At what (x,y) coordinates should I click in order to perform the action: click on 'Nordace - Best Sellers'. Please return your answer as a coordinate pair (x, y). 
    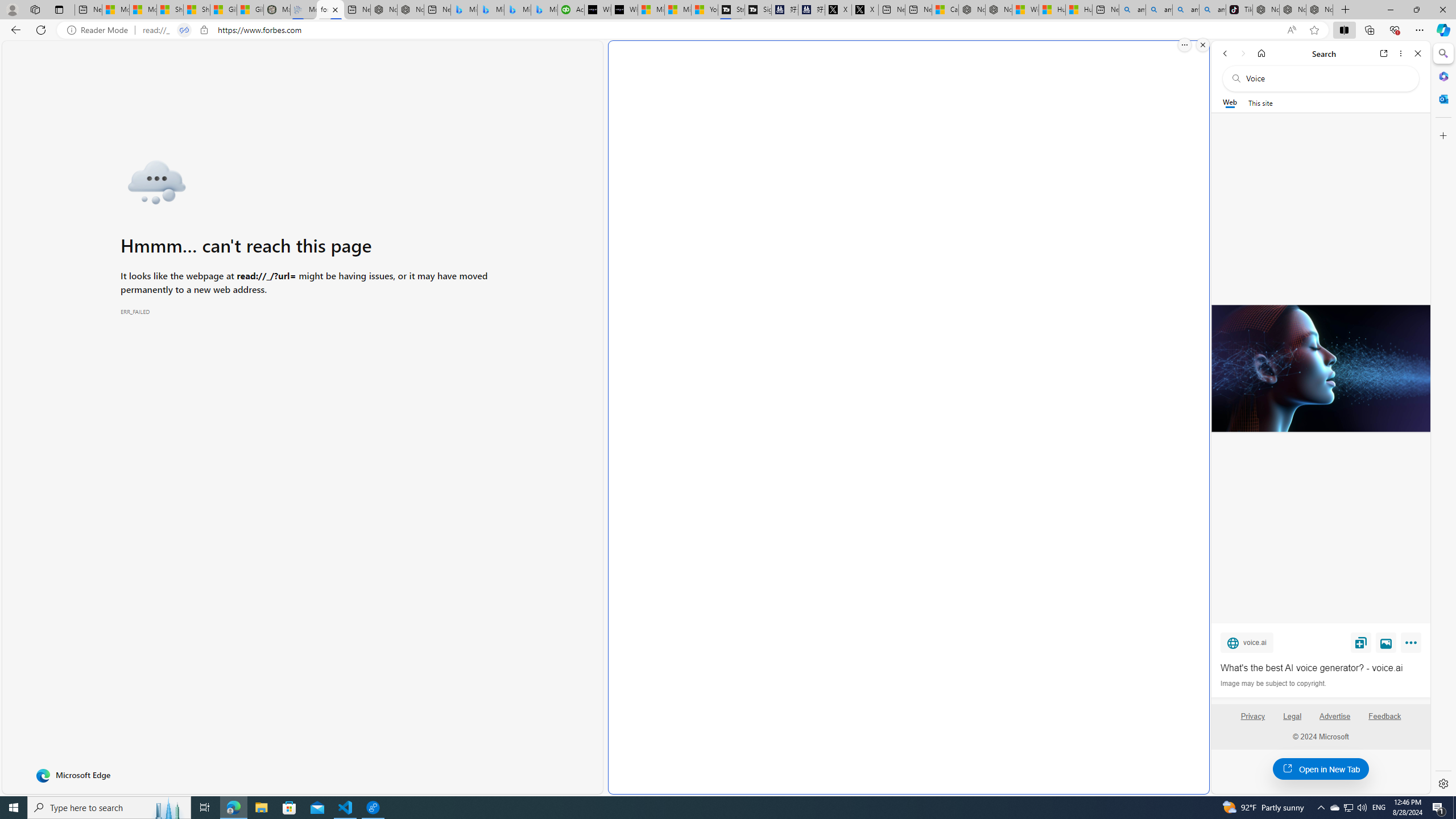
    Looking at the image, I should click on (1265, 9).